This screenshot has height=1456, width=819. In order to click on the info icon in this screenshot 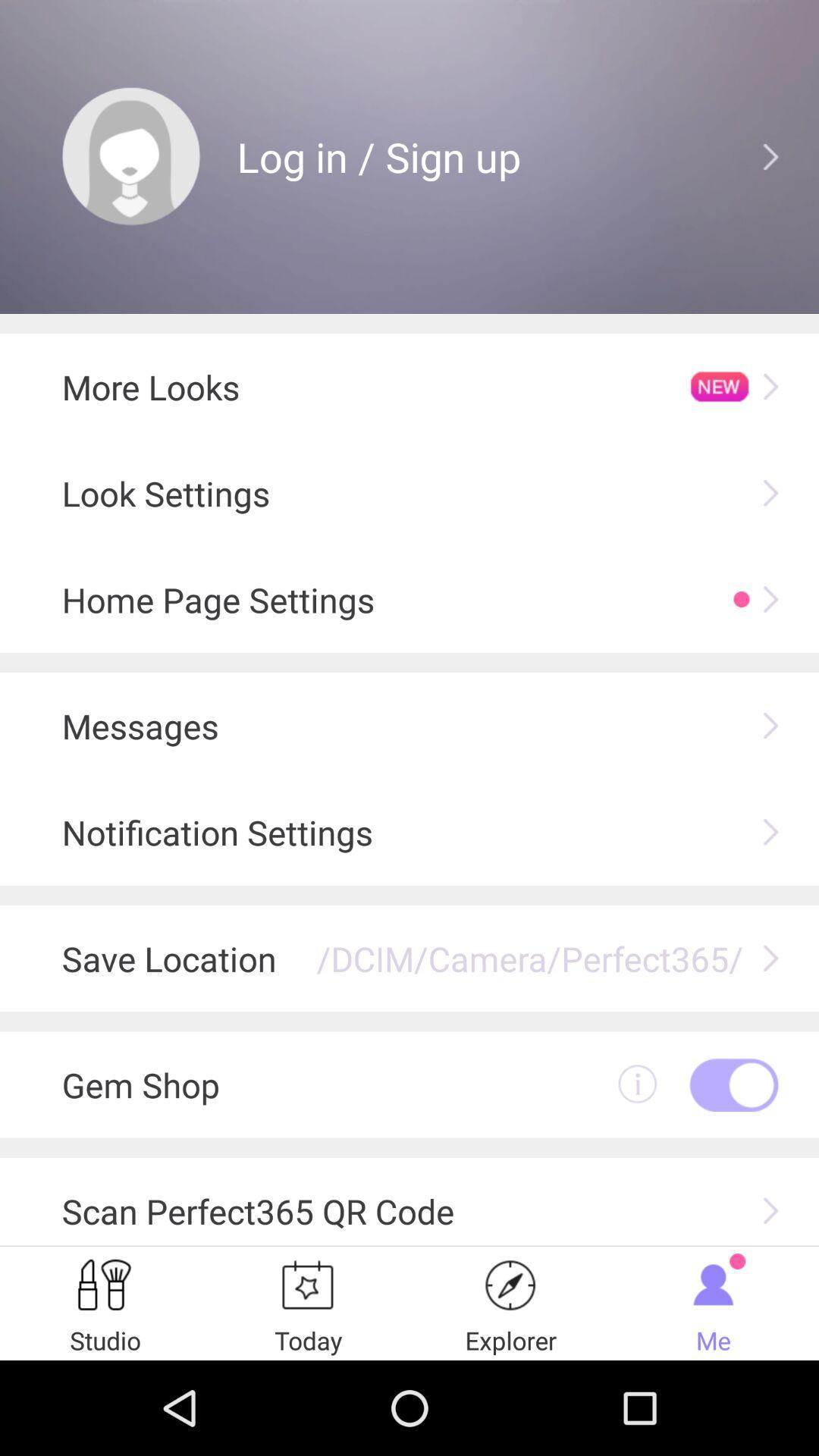, I will do `click(637, 1159)`.